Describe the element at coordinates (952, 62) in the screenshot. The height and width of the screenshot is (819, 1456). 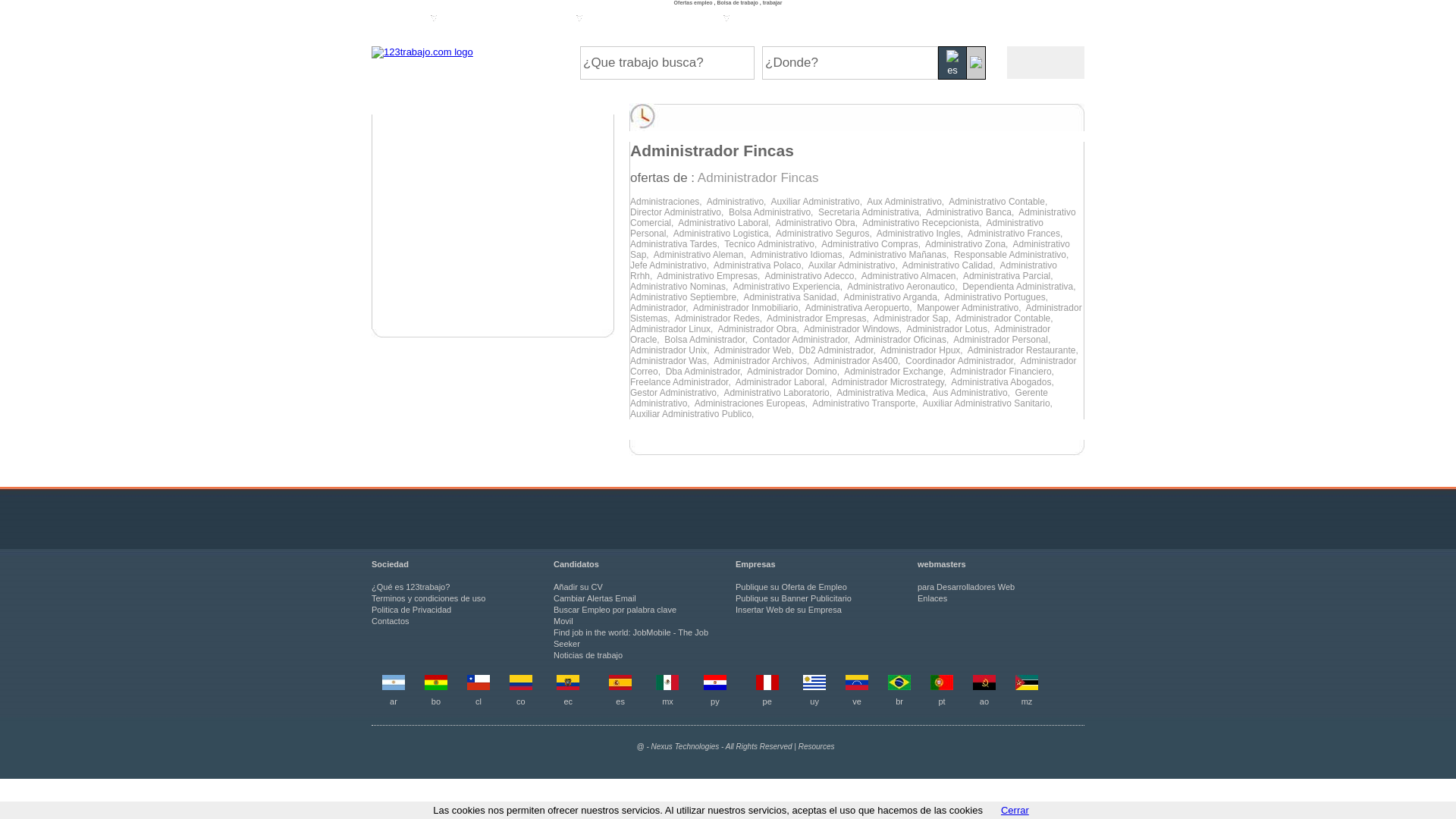
I see `'  es'` at that location.